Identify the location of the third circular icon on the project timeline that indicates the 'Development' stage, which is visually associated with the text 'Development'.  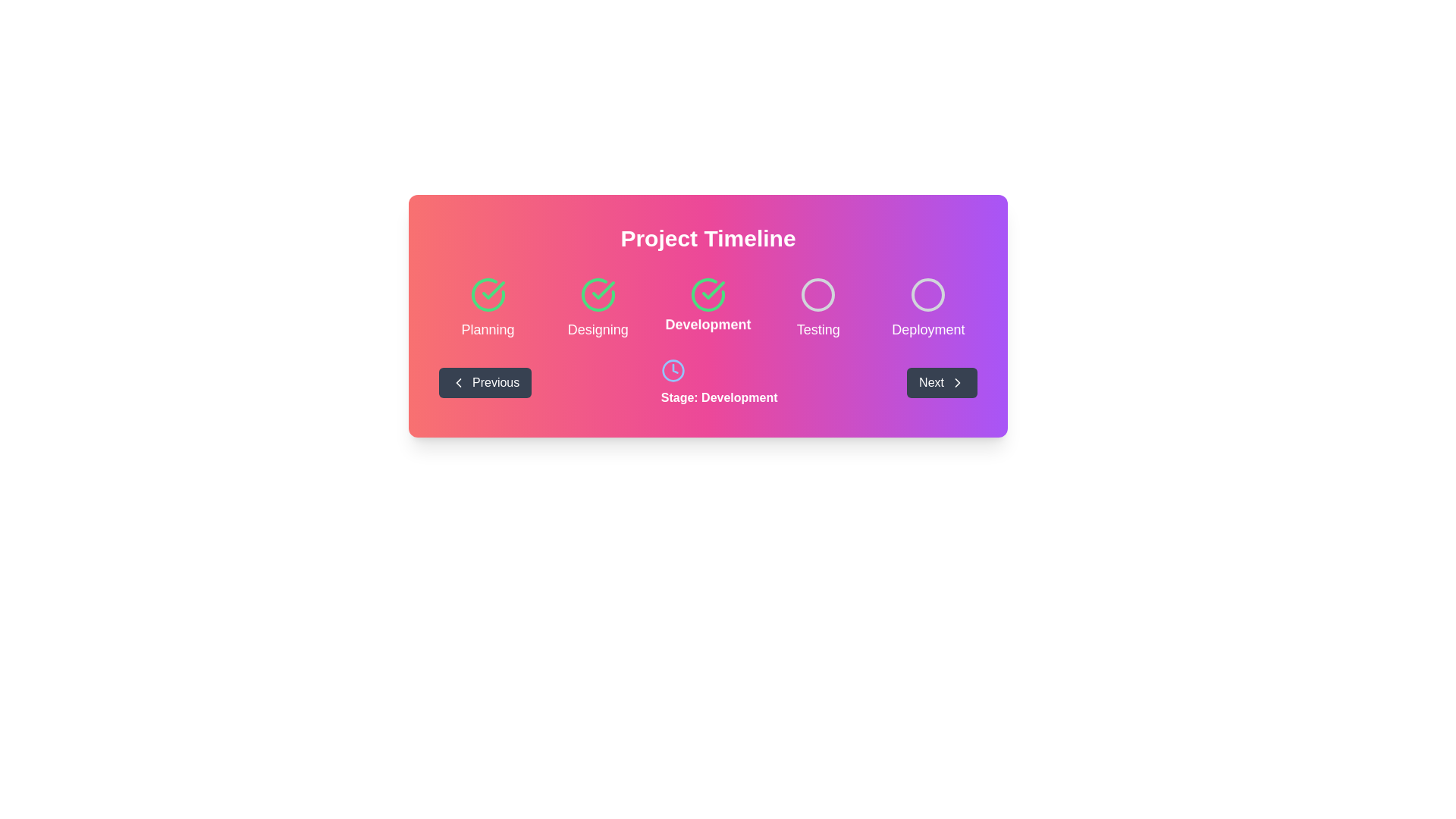
(707, 295).